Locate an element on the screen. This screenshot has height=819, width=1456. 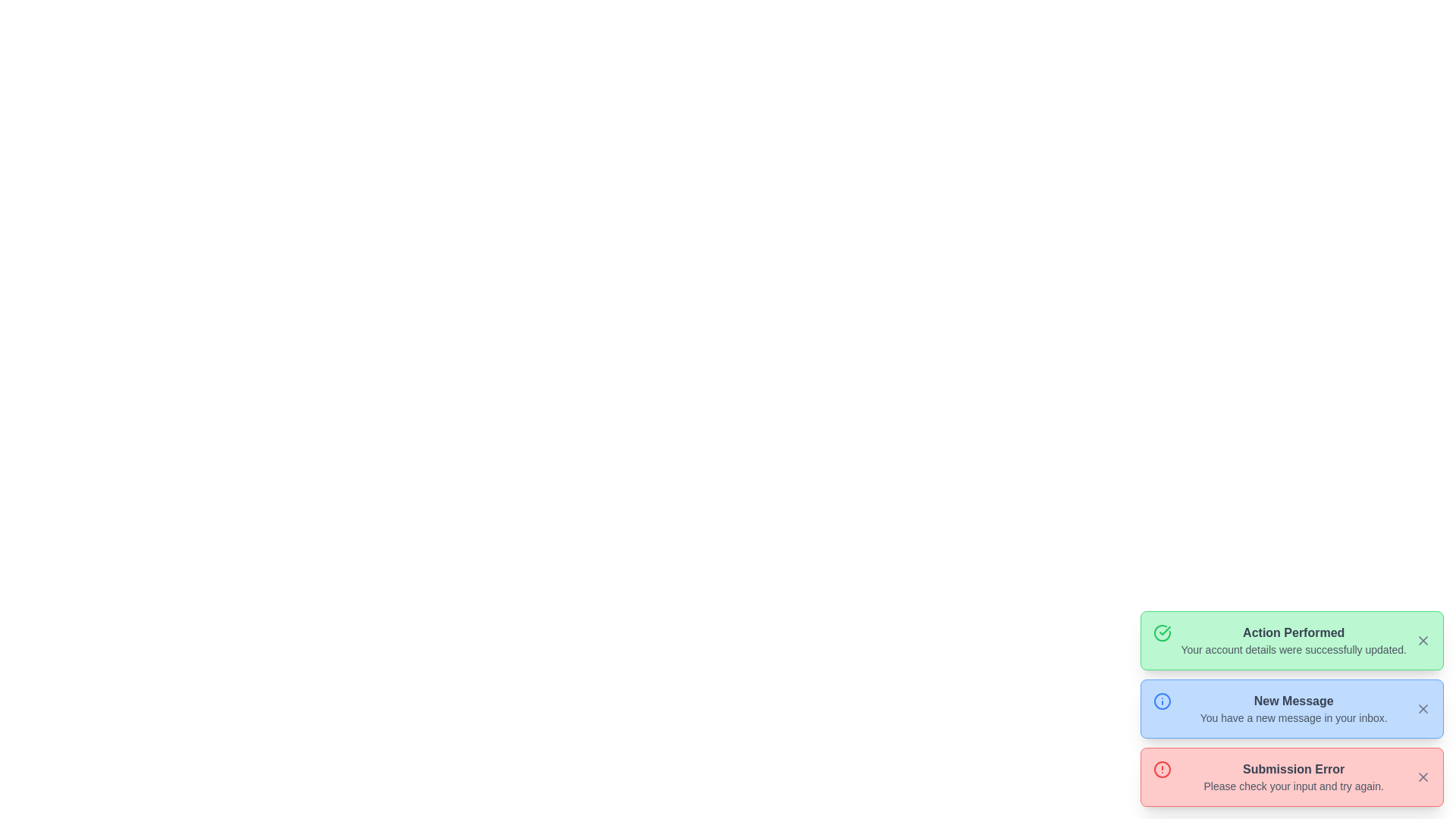
information text from the notification card titled 'New Message' with a blue background, located in the bottom-right corner of the interface is located at coordinates (1291, 708).